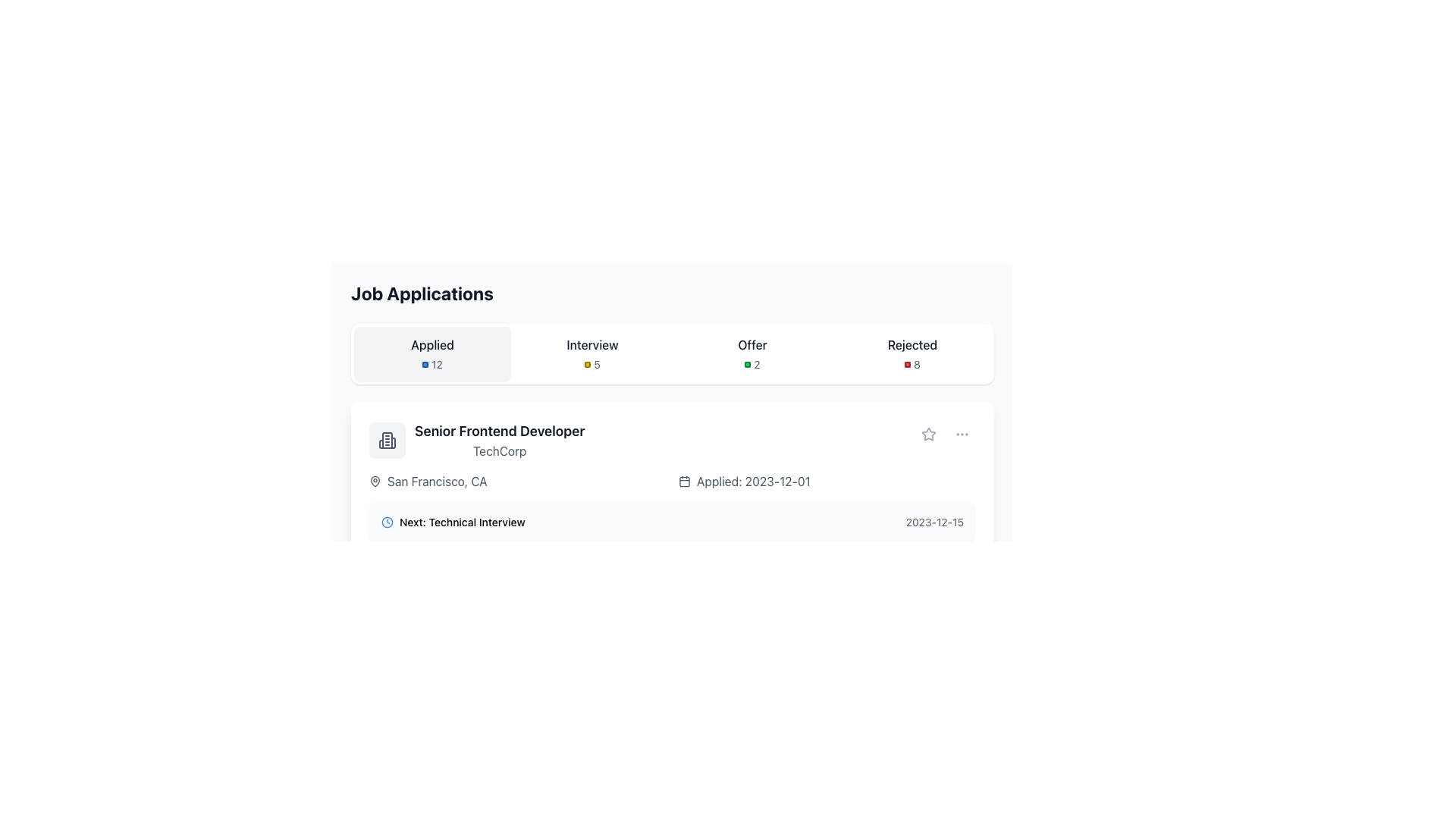  I want to click on the status label indicating 'Rejected' with a count of '8', which is the last element in the row of job application status indicators, so click(912, 353).